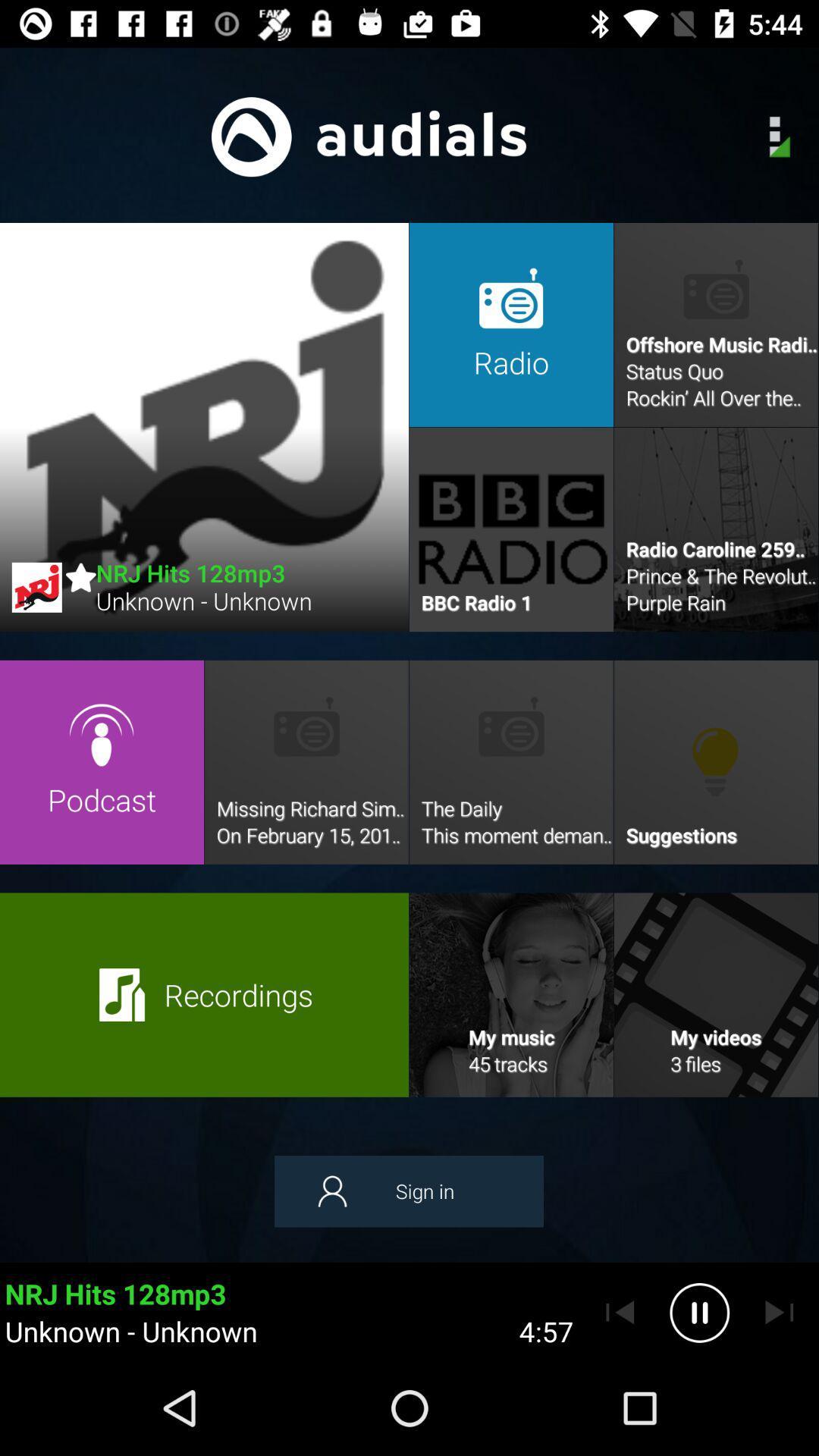 This screenshot has height=1456, width=819. I want to click on go forward, so click(779, 1312).